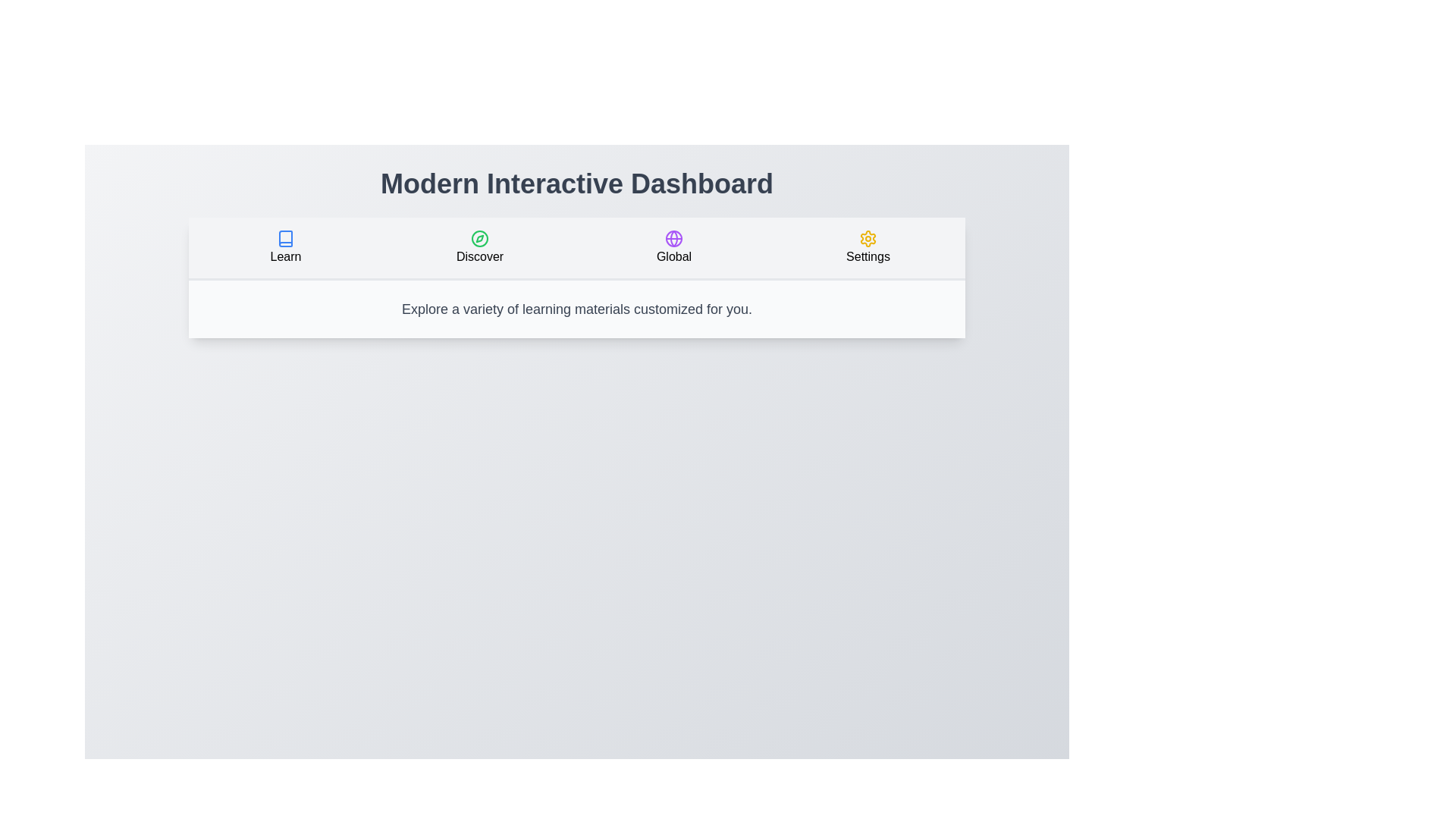  I want to click on the settings icon, which is the fourth item in the horizontal menu bar, so click(868, 239).